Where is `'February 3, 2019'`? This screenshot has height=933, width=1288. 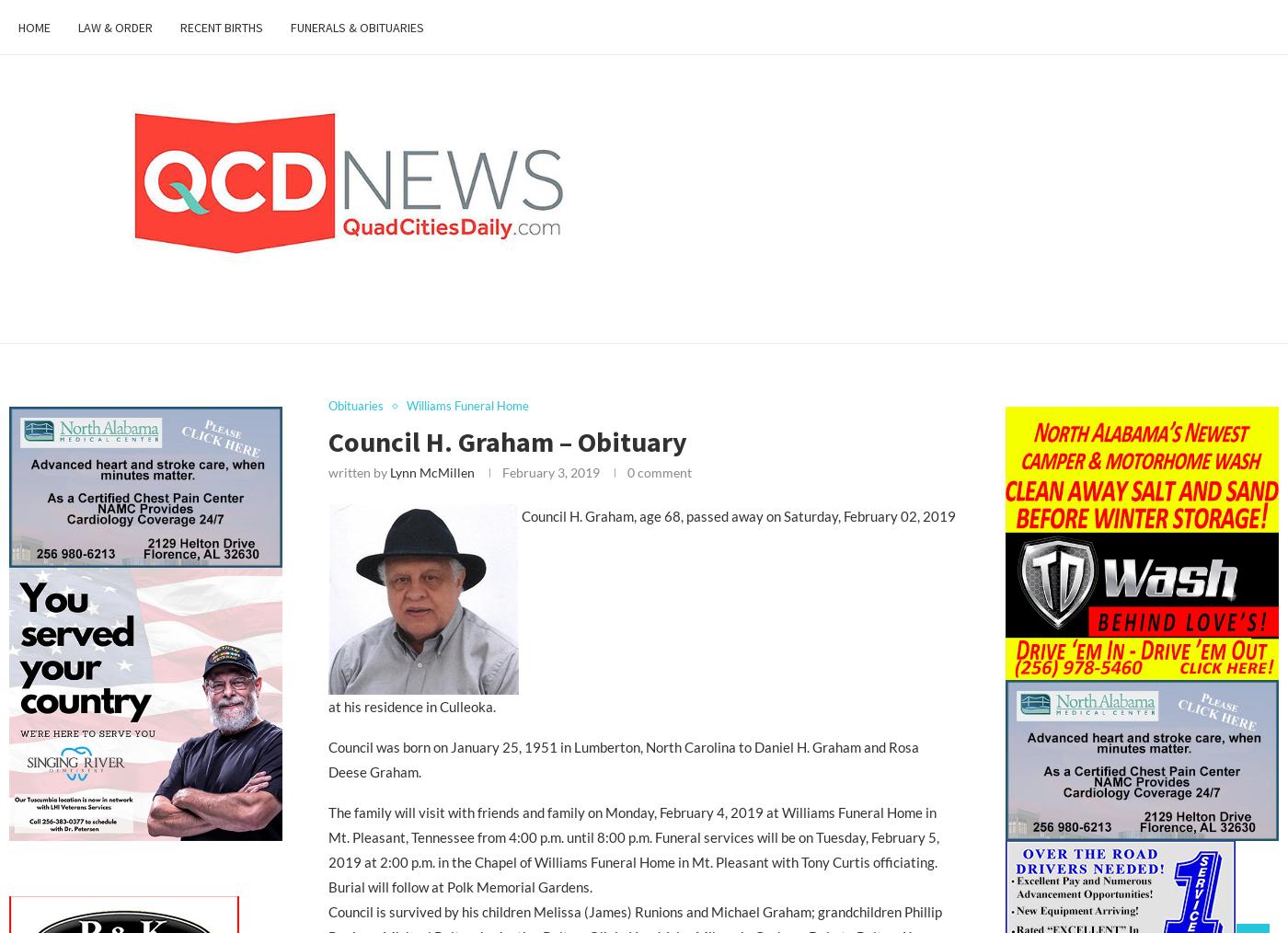
'February 3, 2019' is located at coordinates (549, 470).